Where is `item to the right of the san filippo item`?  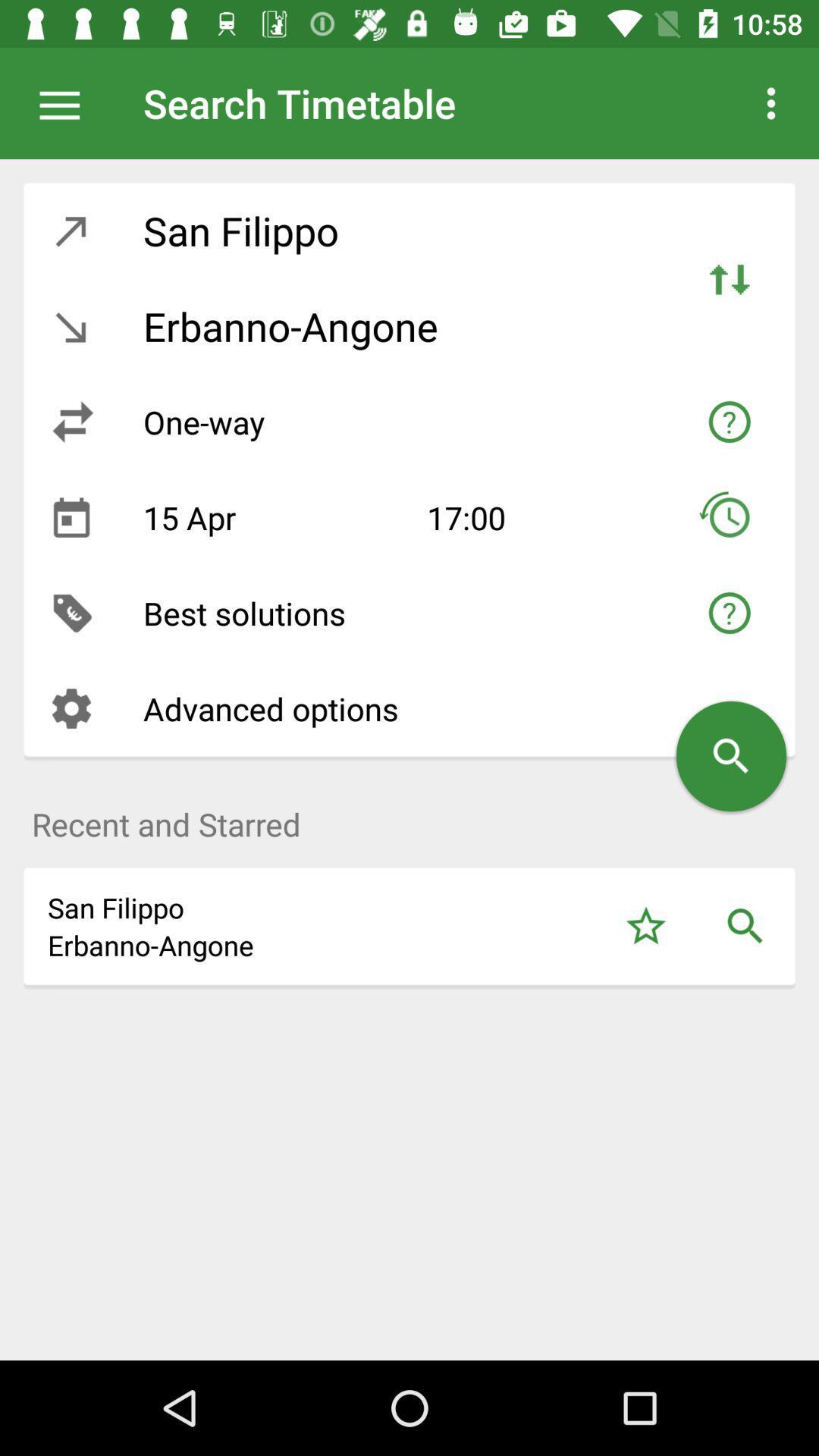 item to the right of the san filippo item is located at coordinates (645, 925).